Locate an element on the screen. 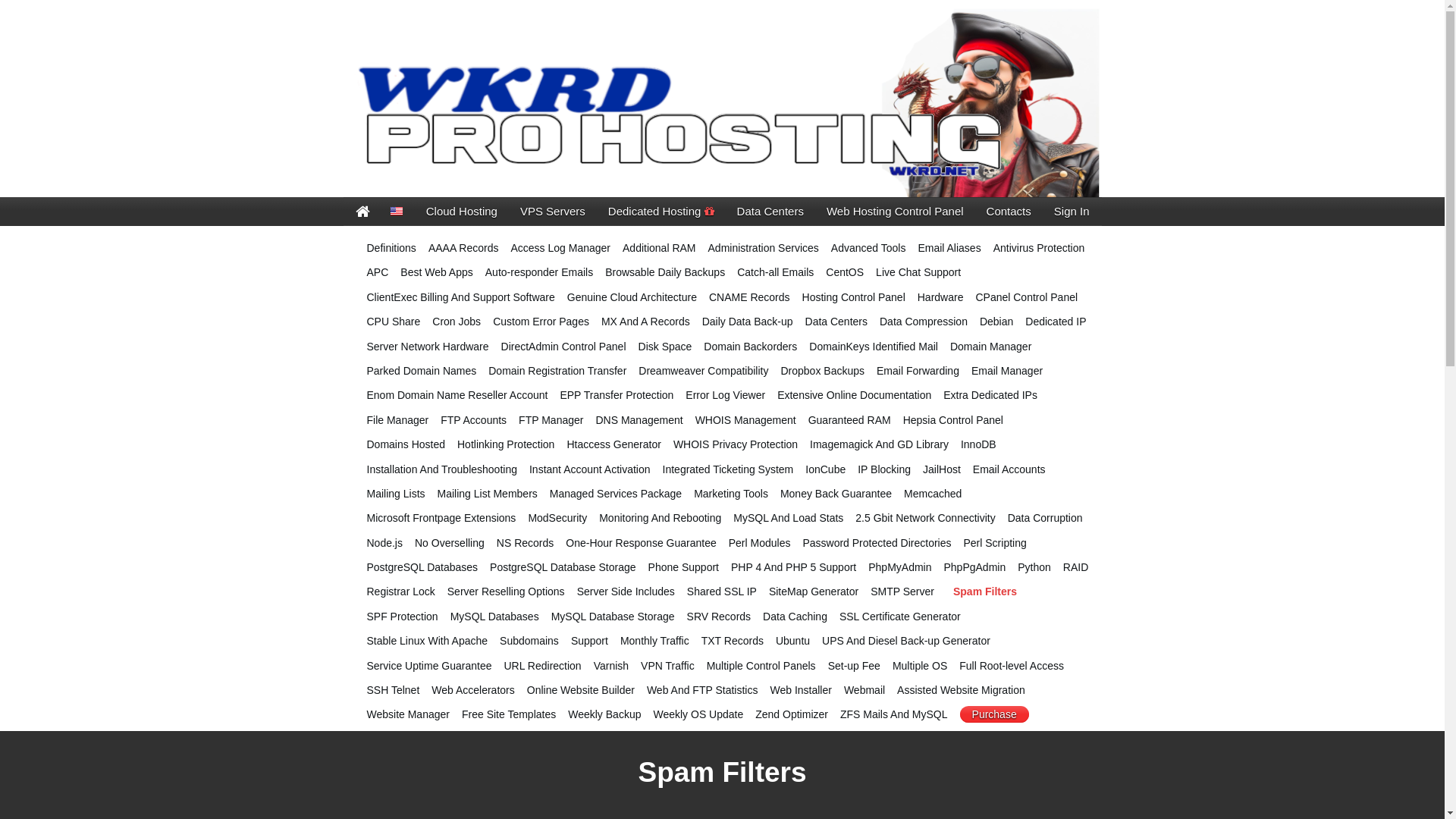 This screenshot has height=819, width=1456. 'Disk Space' is located at coordinates (665, 346).